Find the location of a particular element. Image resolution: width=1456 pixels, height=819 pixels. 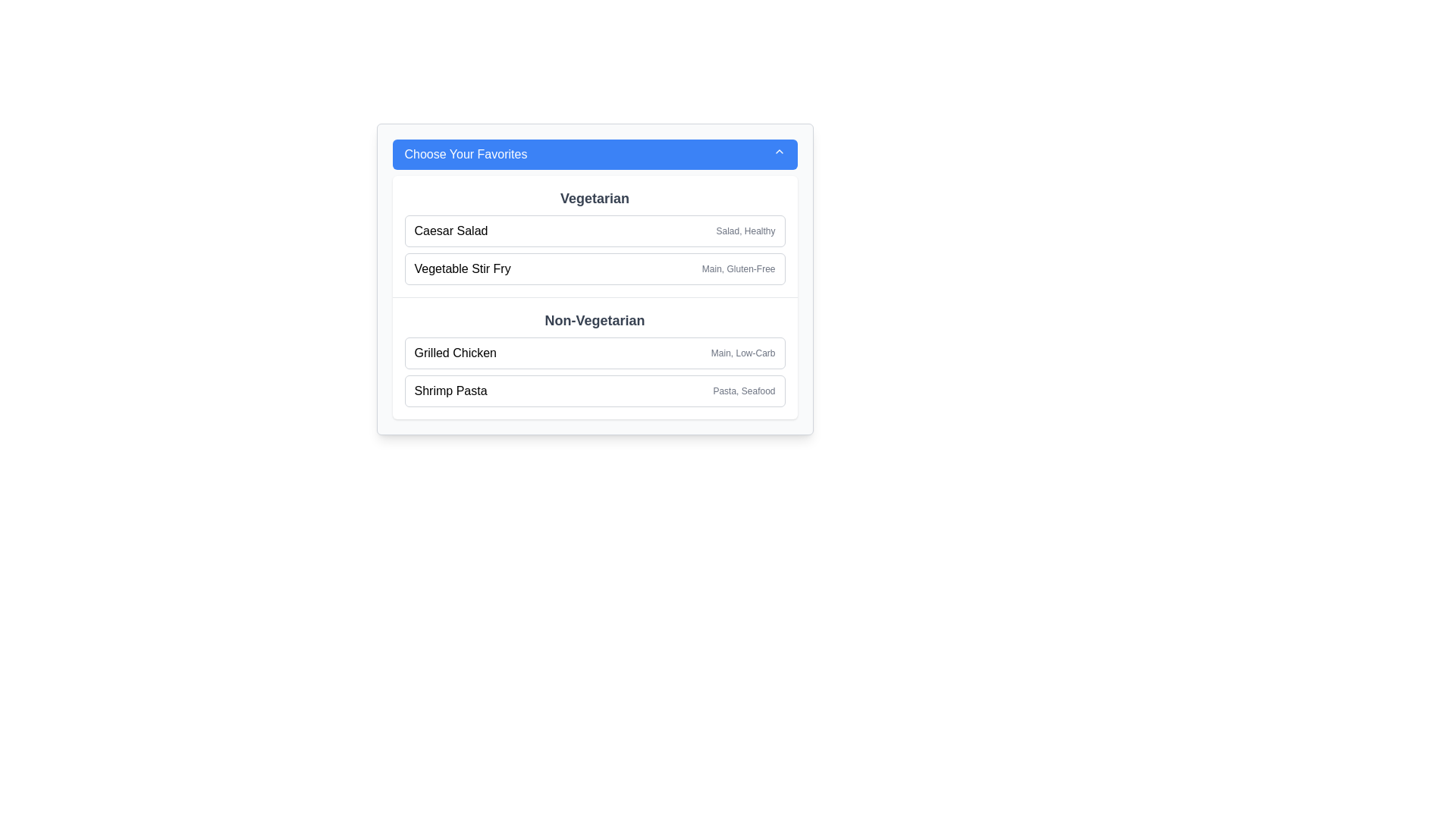

text label 'Main, Gluten-Free' located to the far right of the 'Vegetable Stir Fry' row in the 'Vegetarian' section of the menu interface is located at coordinates (739, 268).